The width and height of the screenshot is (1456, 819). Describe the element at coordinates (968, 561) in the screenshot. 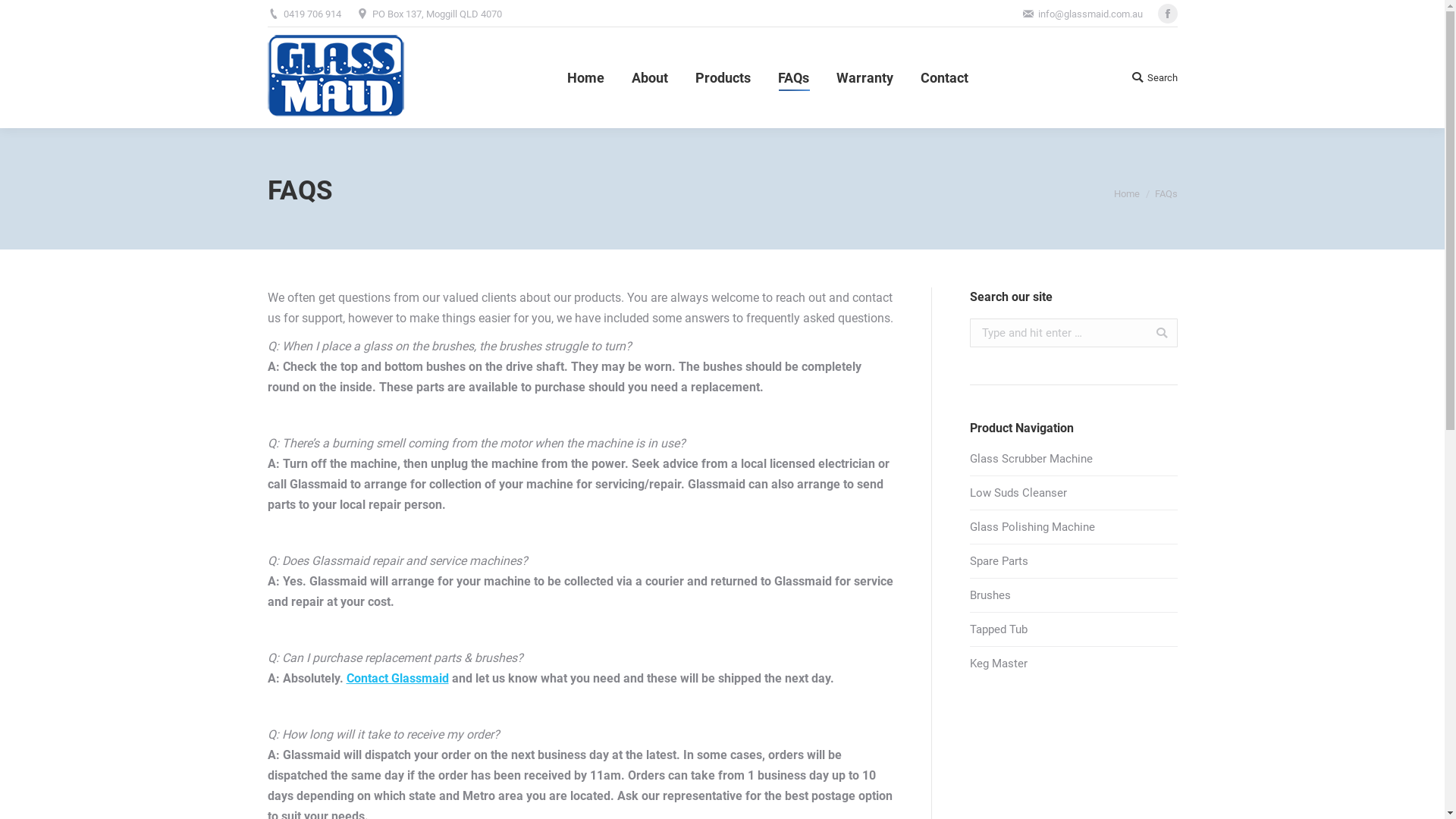

I see `'Spare Parts'` at that location.